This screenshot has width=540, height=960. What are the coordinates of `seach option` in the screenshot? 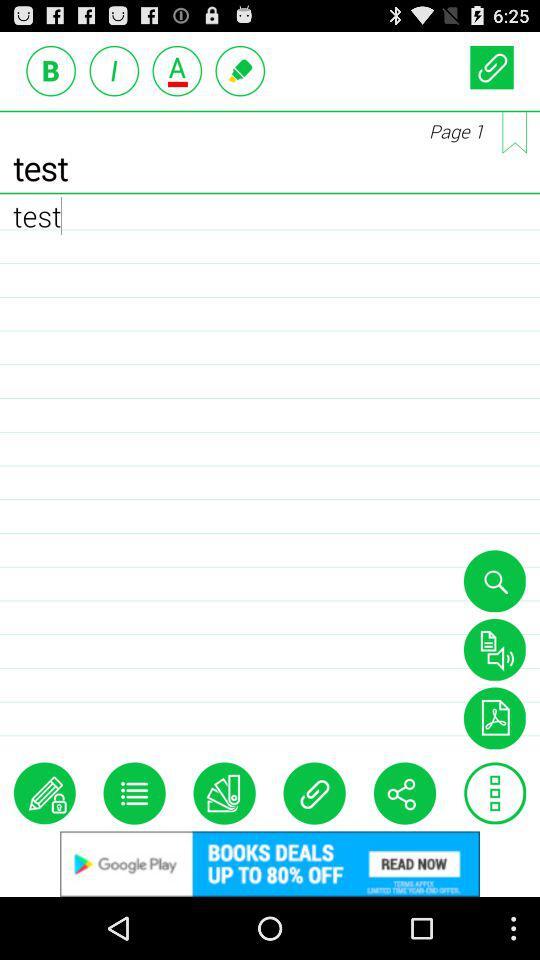 It's located at (493, 581).